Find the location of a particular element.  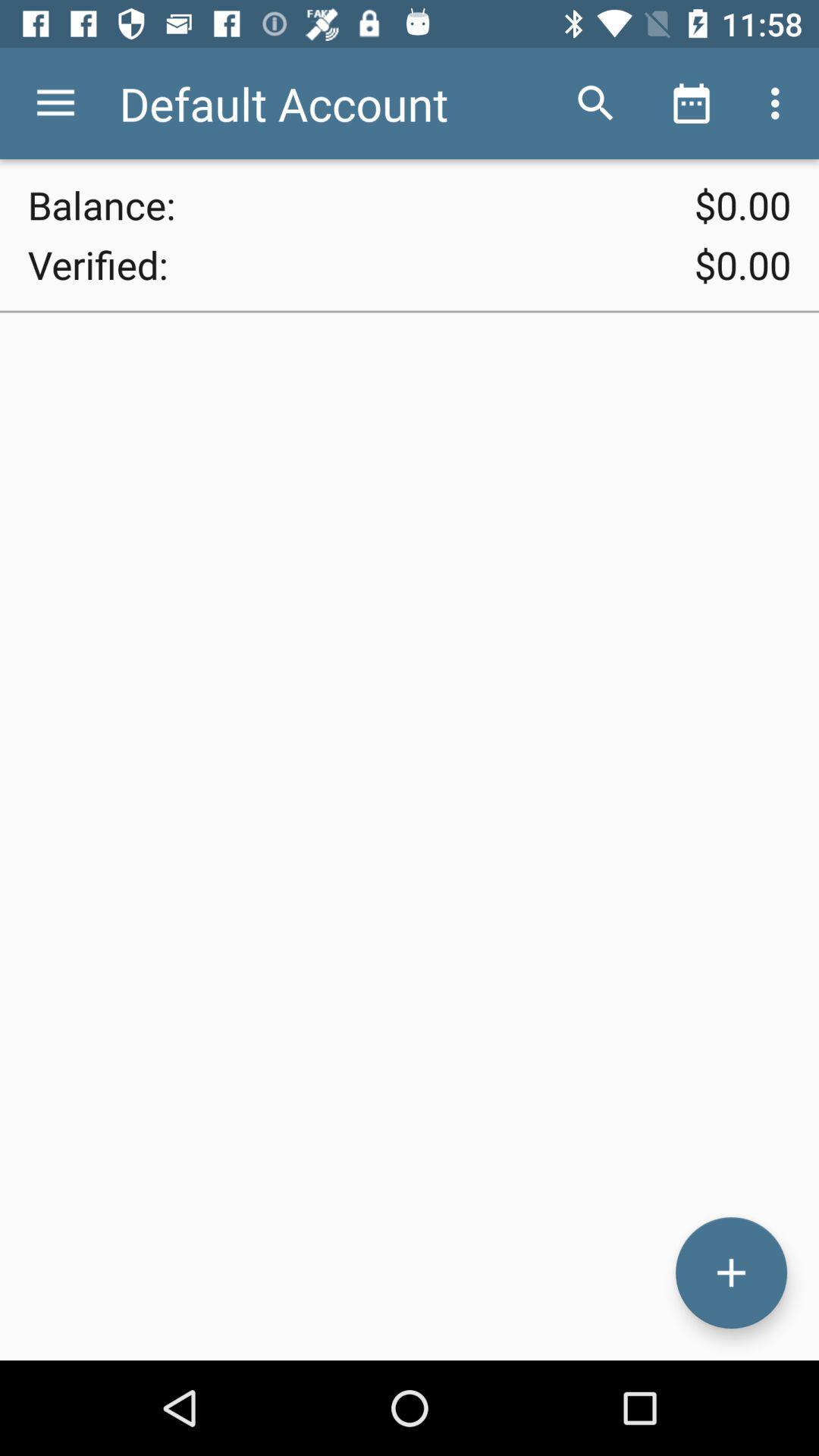

icon at the bottom right corner is located at coordinates (730, 1272).